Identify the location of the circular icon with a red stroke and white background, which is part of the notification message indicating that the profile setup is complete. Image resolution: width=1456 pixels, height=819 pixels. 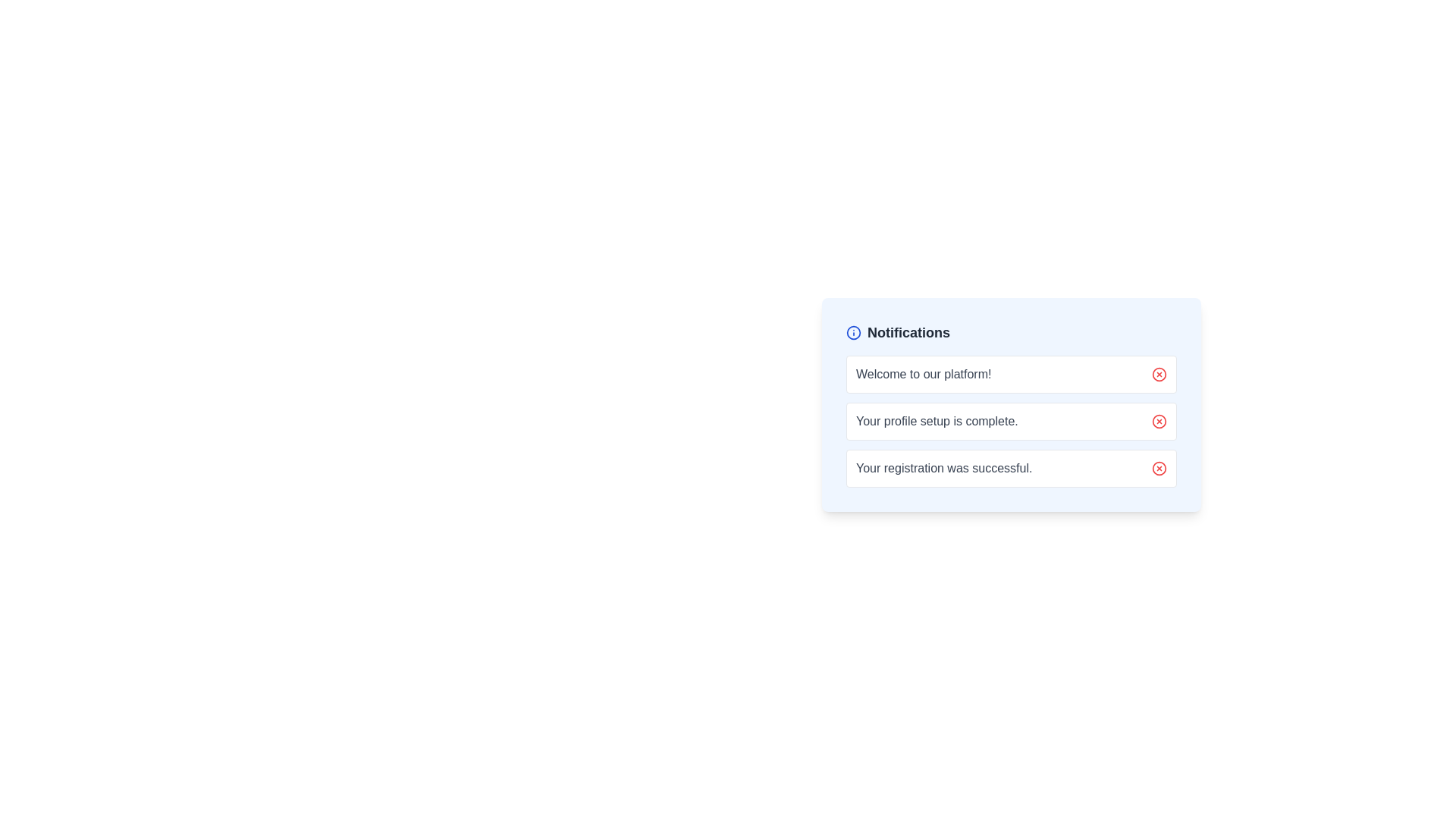
(1159, 421).